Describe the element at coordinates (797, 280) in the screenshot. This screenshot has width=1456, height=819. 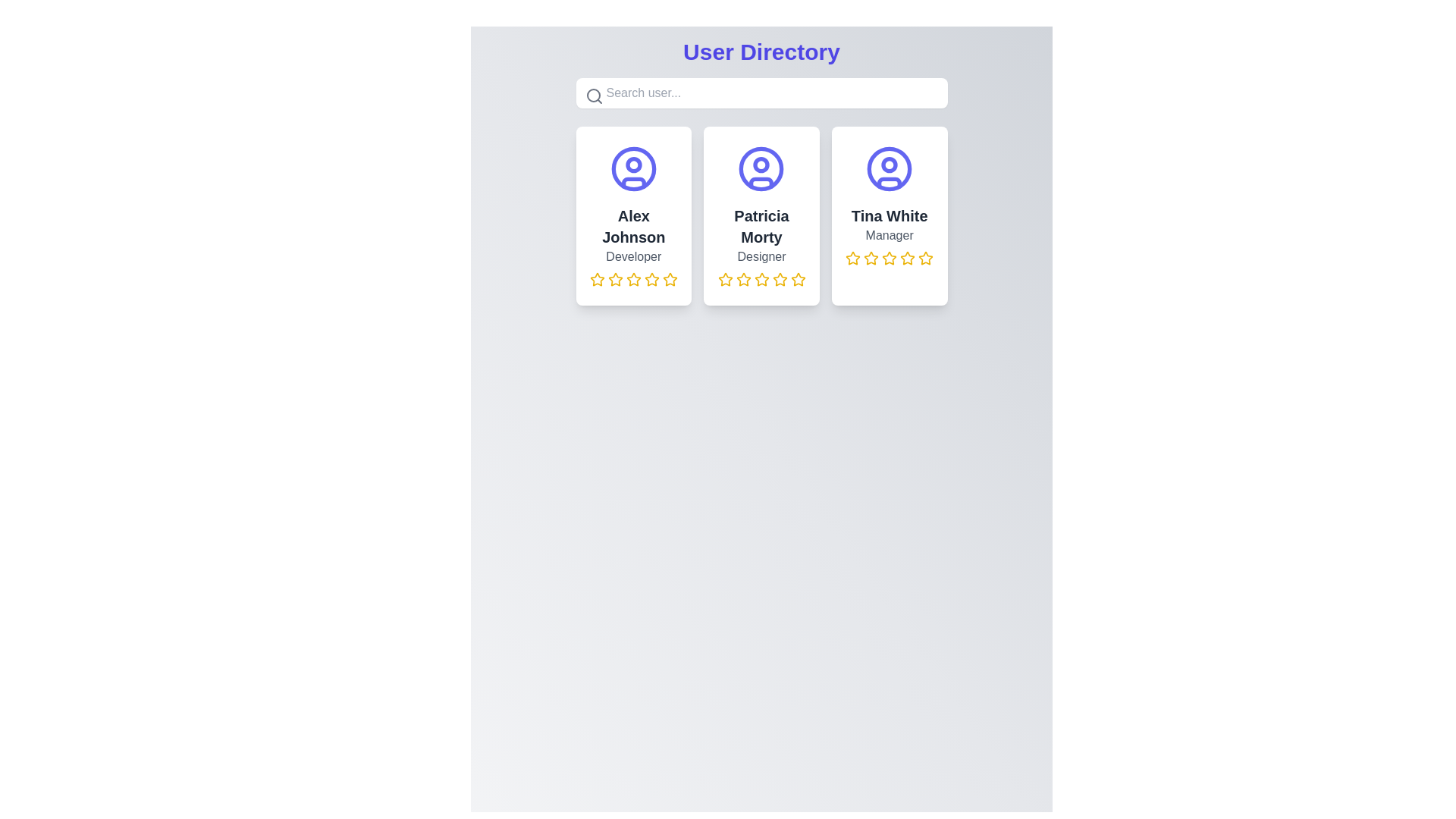
I see `the fifth star icon from the left in the rating stars group under the user information for 'Patricia Morty' to rate` at that location.